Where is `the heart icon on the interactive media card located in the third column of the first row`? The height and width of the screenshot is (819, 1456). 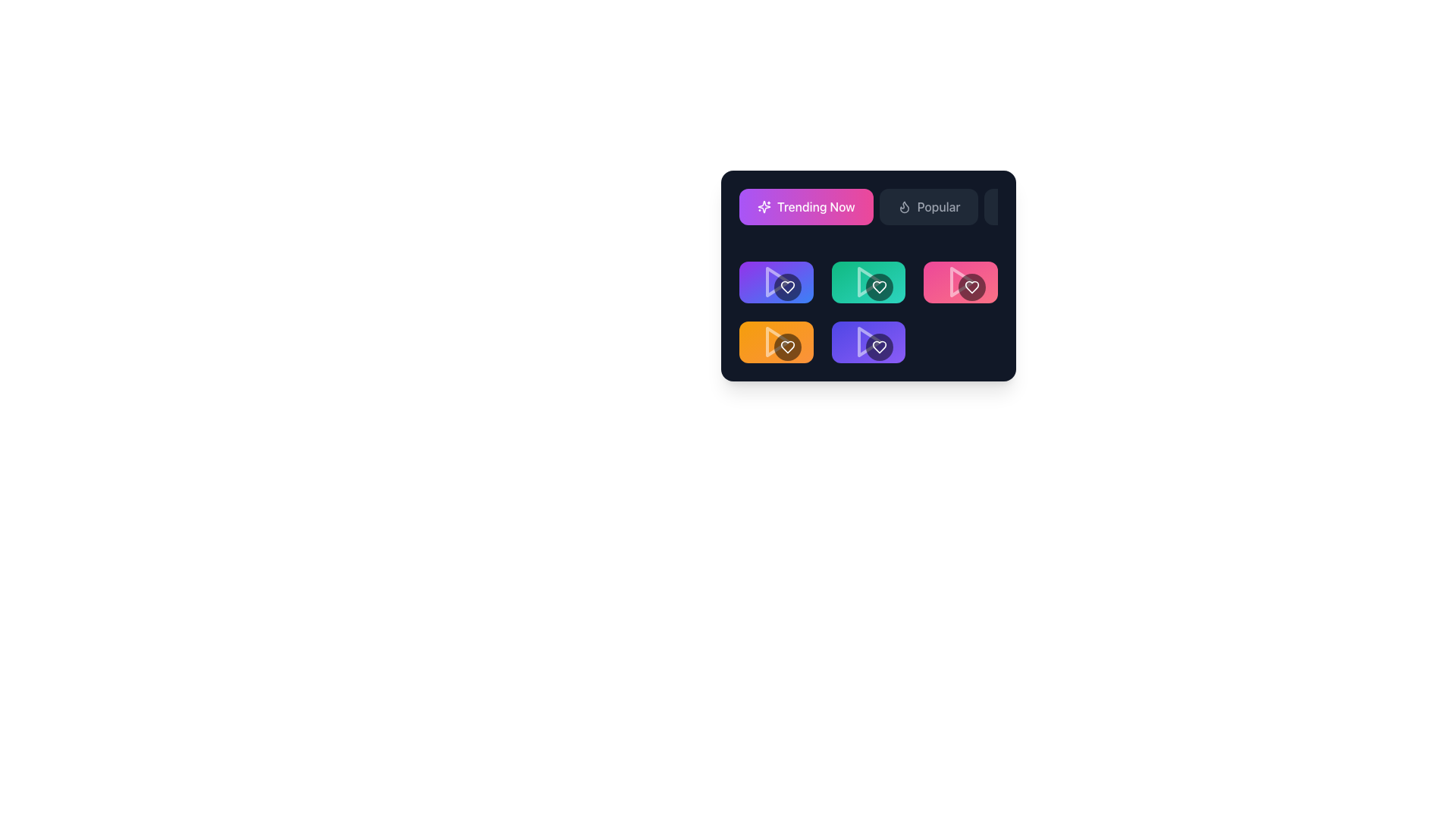
the heart icon on the interactive media card located in the third column of the first row is located at coordinates (960, 282).